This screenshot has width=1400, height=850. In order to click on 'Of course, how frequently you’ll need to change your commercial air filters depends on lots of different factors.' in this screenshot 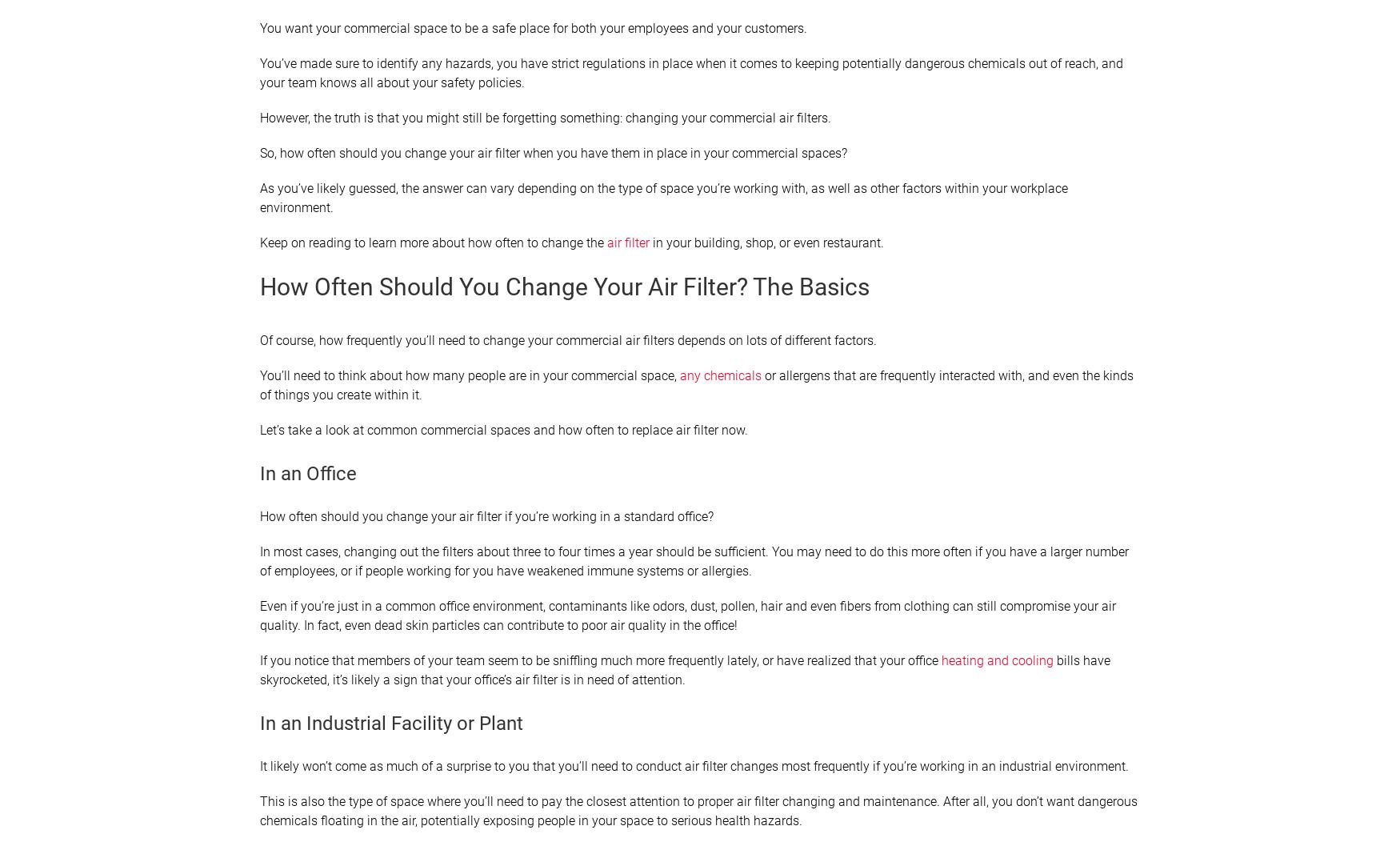, I will do `click(568, 339)`.